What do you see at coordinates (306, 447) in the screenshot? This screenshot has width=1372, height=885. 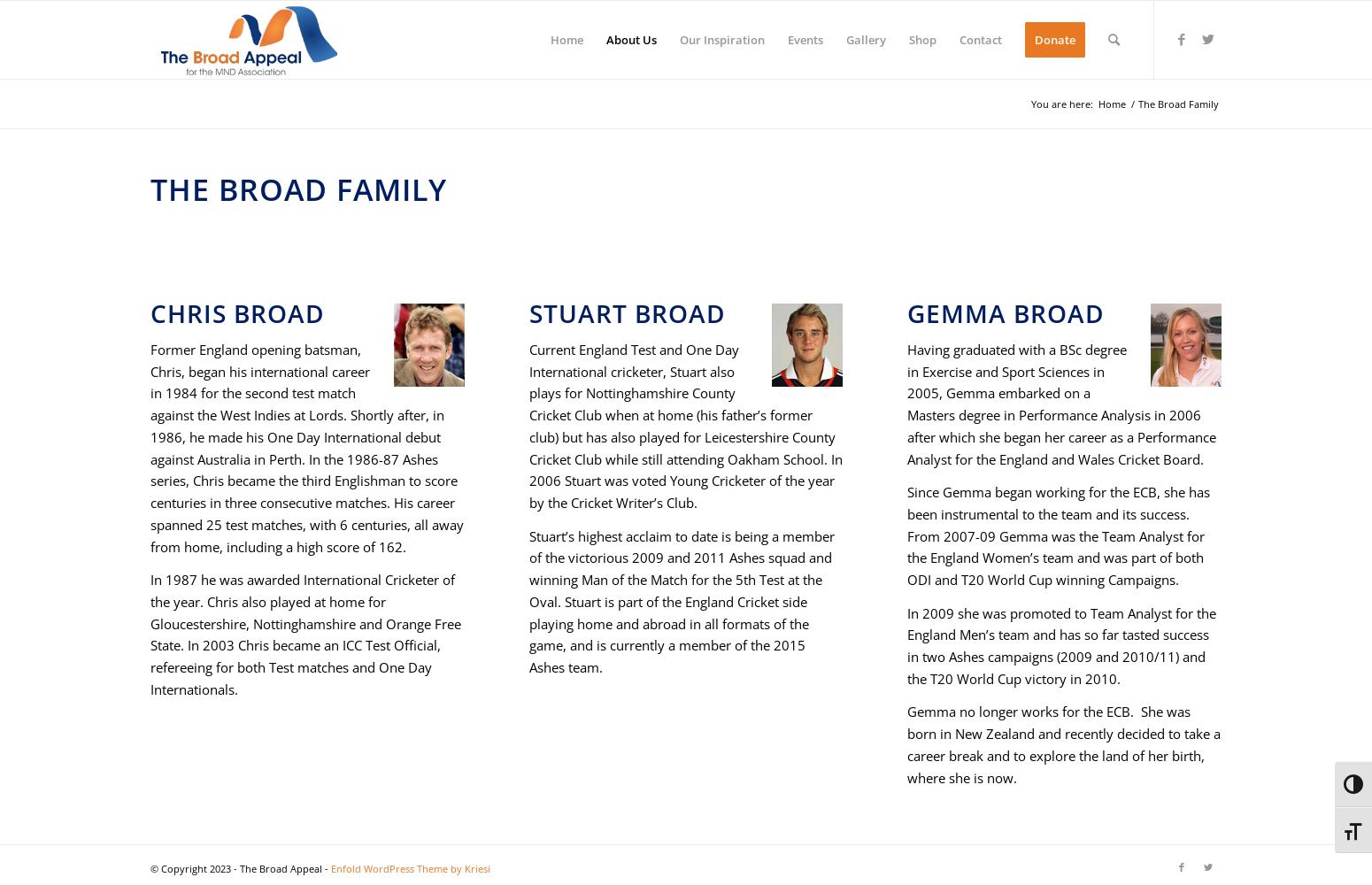 I see `'Former England opening batsman, Chris, began his international career in 1984 for the second test match against the West Indies at Lords. Shortly after, in 1986, he made his One Day International debut against Australia in Perth. In the 1986-87 Ashes series, Chris became the third Englishman to score centuries in three consecutive matches. His career spanned 25 test matches, with 6 centuries, all away from home, including a high score of 162.'` at bounding box center [306, 447].